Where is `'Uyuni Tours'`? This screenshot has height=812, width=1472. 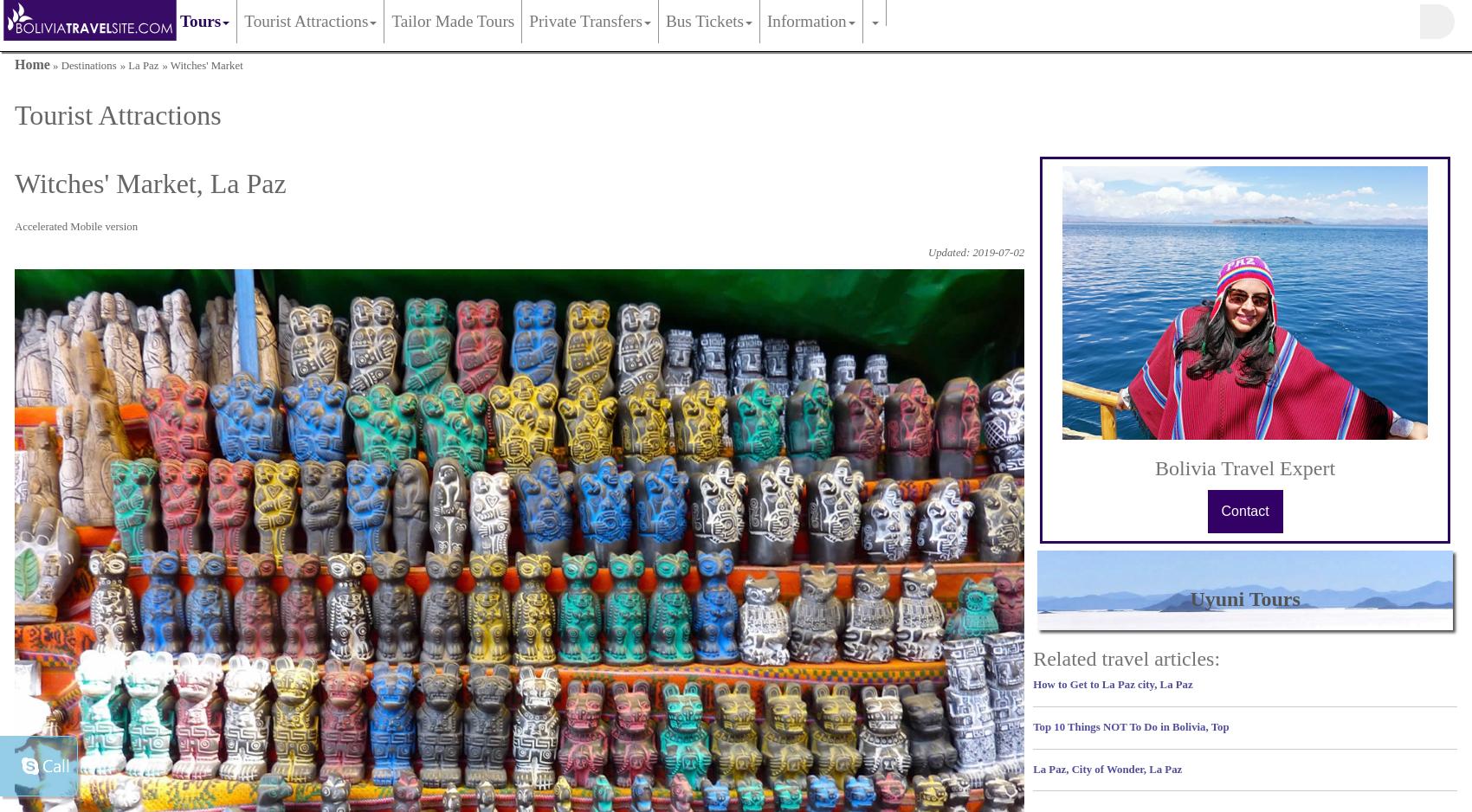 'Uyuni Tours' is located at coordinates (1243, 598).